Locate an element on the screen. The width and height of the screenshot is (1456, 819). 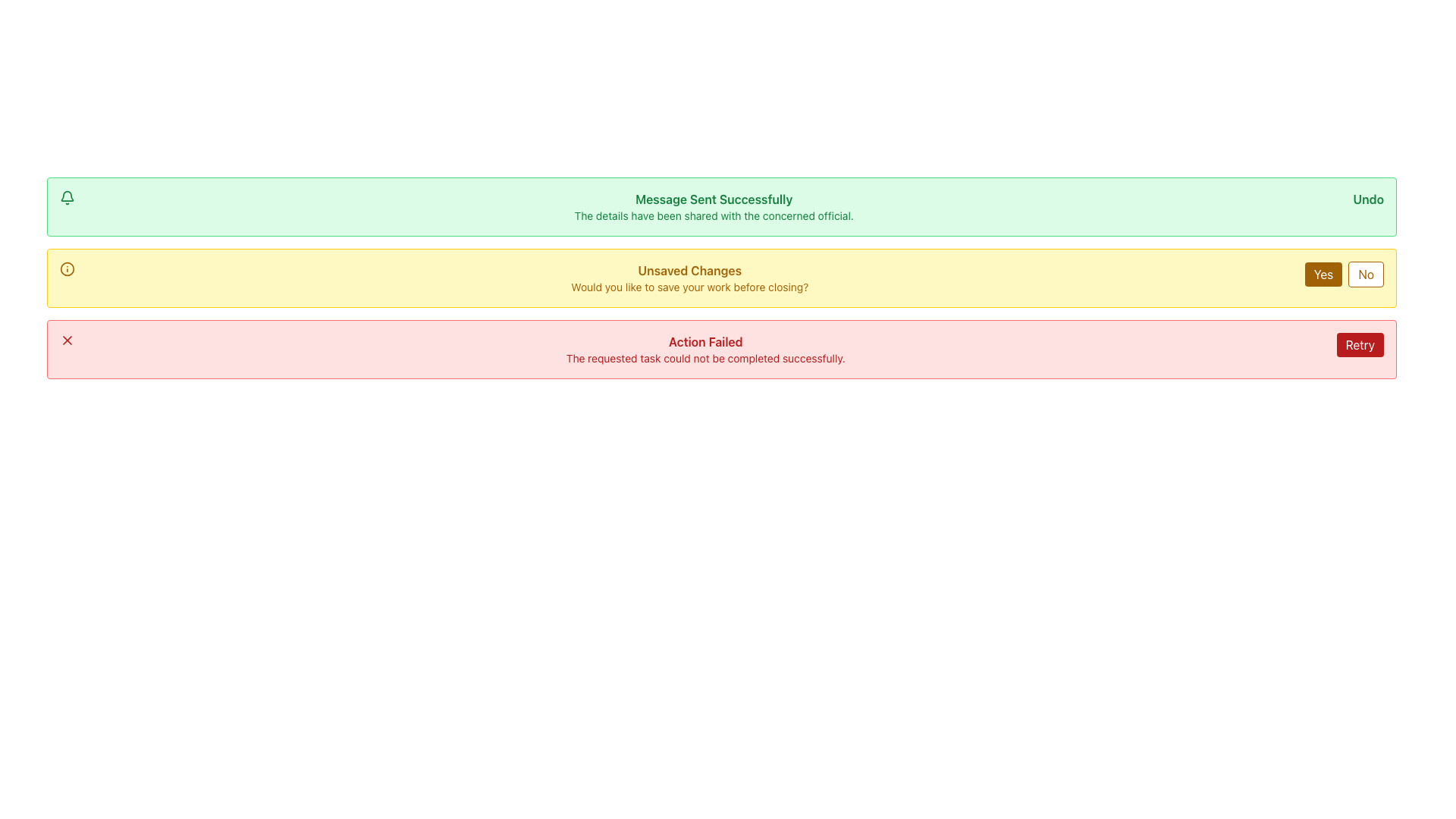
message from the text block displaying 'Message Sent Successfully' and the details that follow is located at coordinates (713, 207).